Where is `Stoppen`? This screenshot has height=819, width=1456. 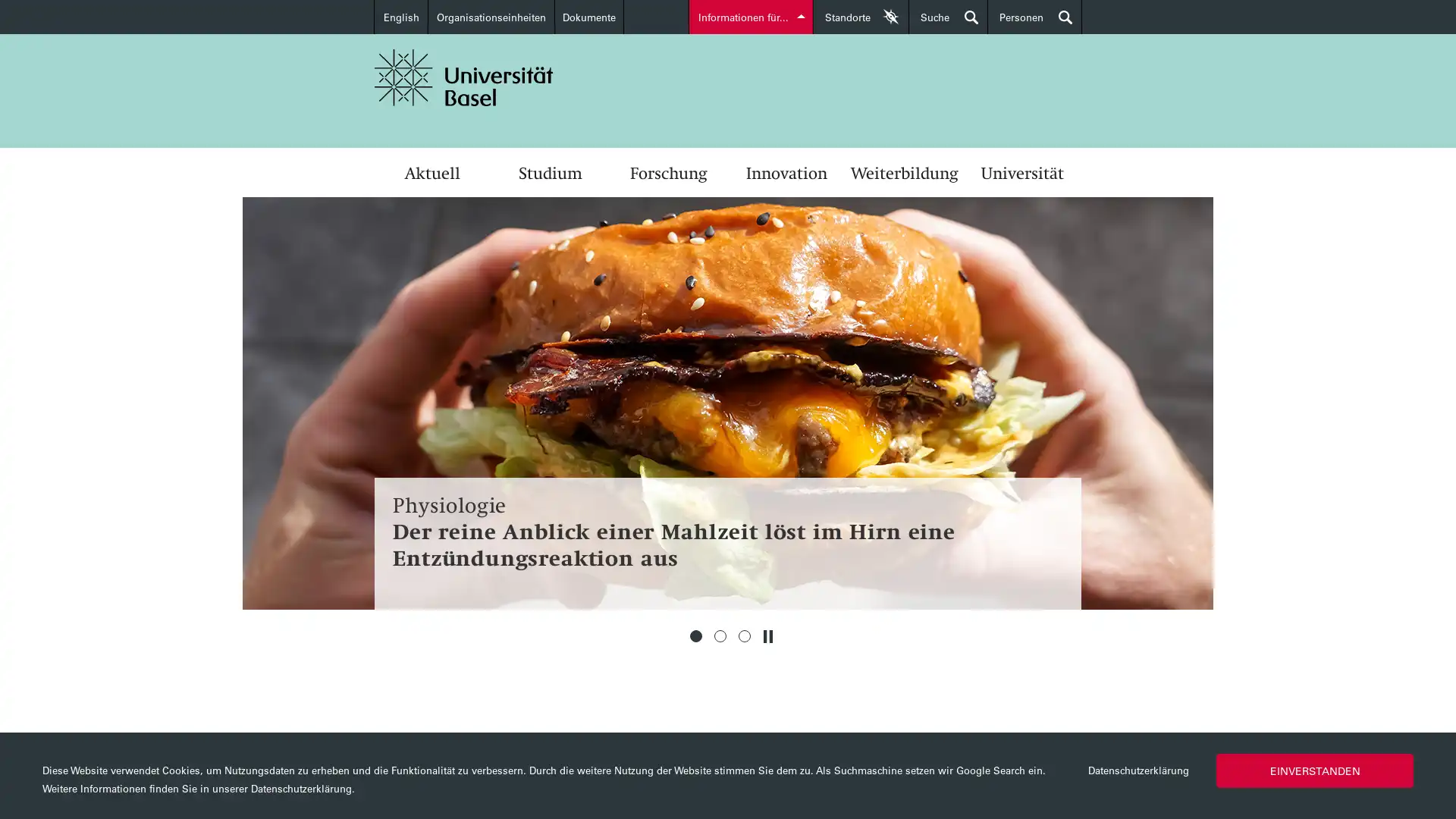 Stoppen is located at coordinates (767, 636).